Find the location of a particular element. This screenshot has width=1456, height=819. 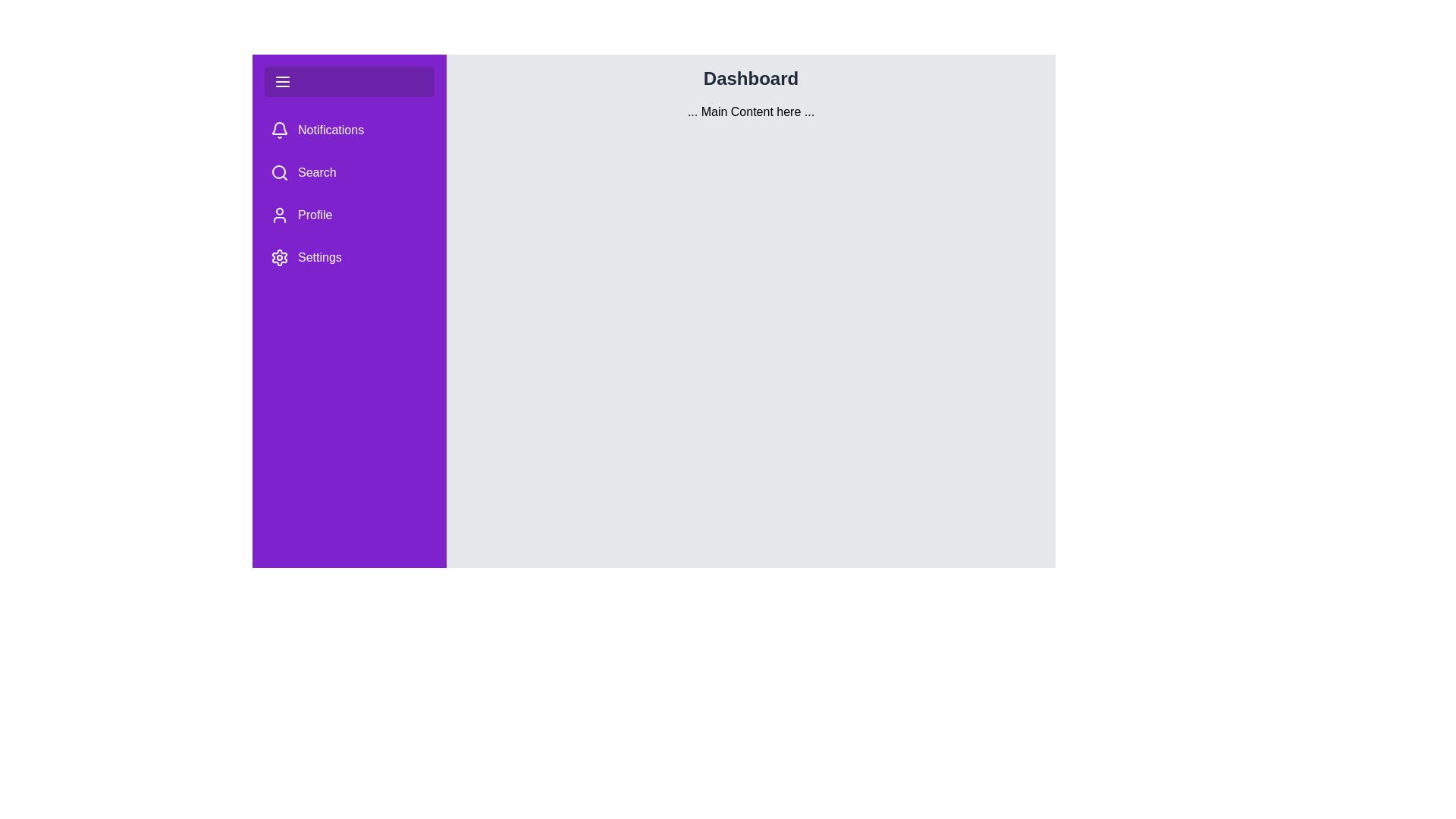

the menu item Search is located at coordinates (348, 171).